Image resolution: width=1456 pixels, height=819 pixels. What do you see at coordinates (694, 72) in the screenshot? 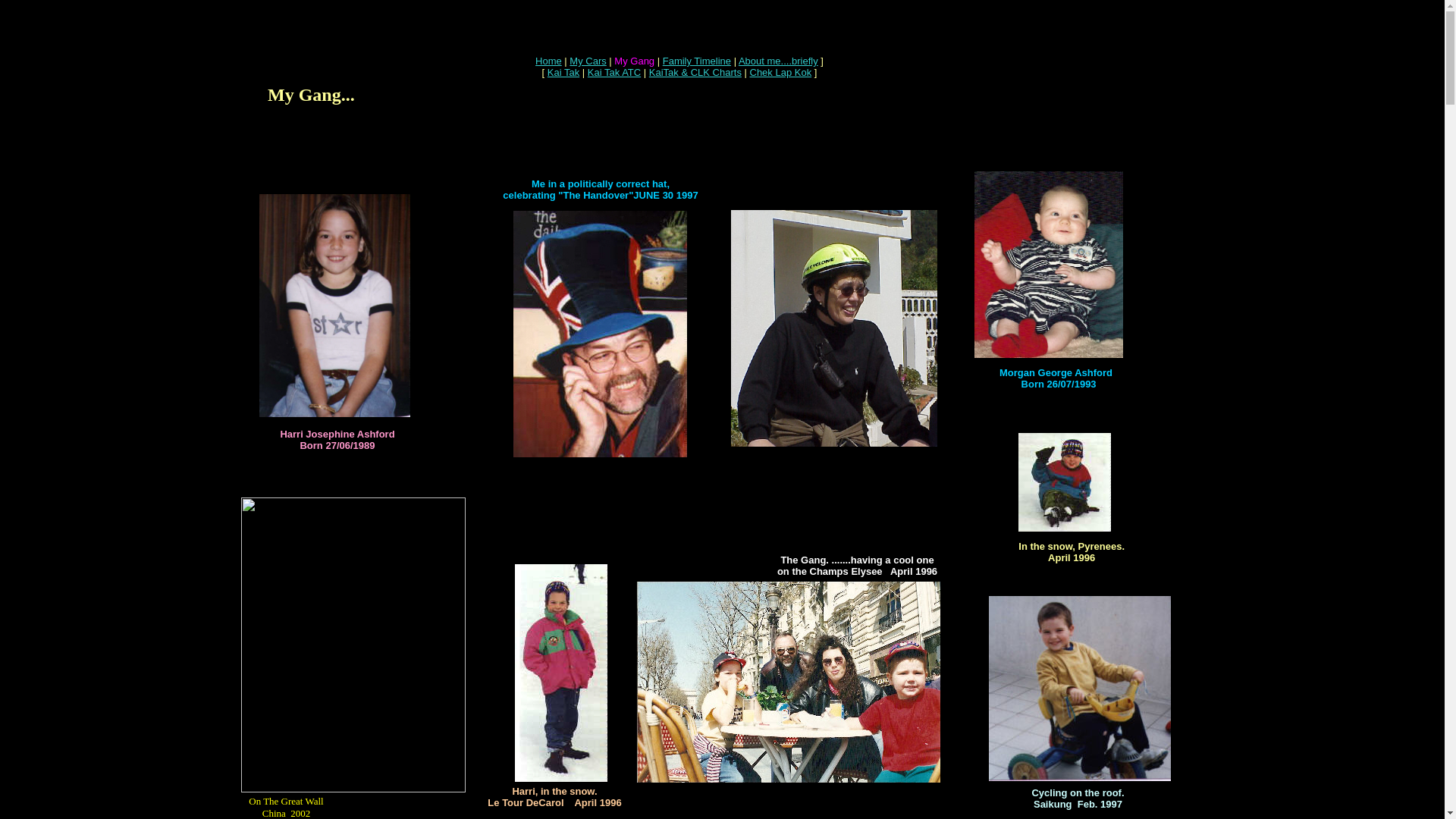
I see `'KaiTak & CLK Charts'` at bounding box center [694, 72].